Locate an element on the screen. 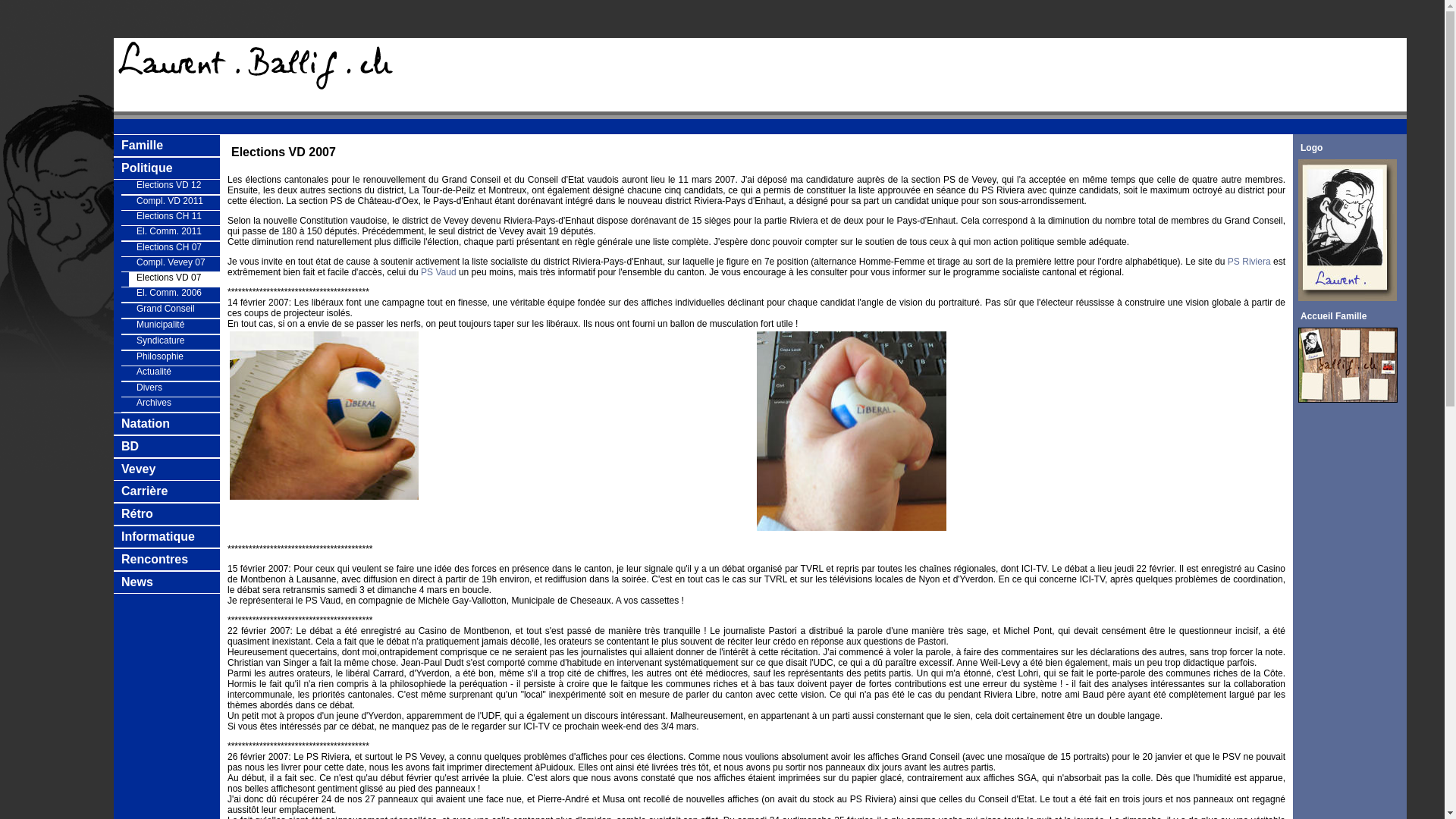 This screenshot has height=819, width=1456. 'PS Riviera' is located at coordinates (1250, 260).